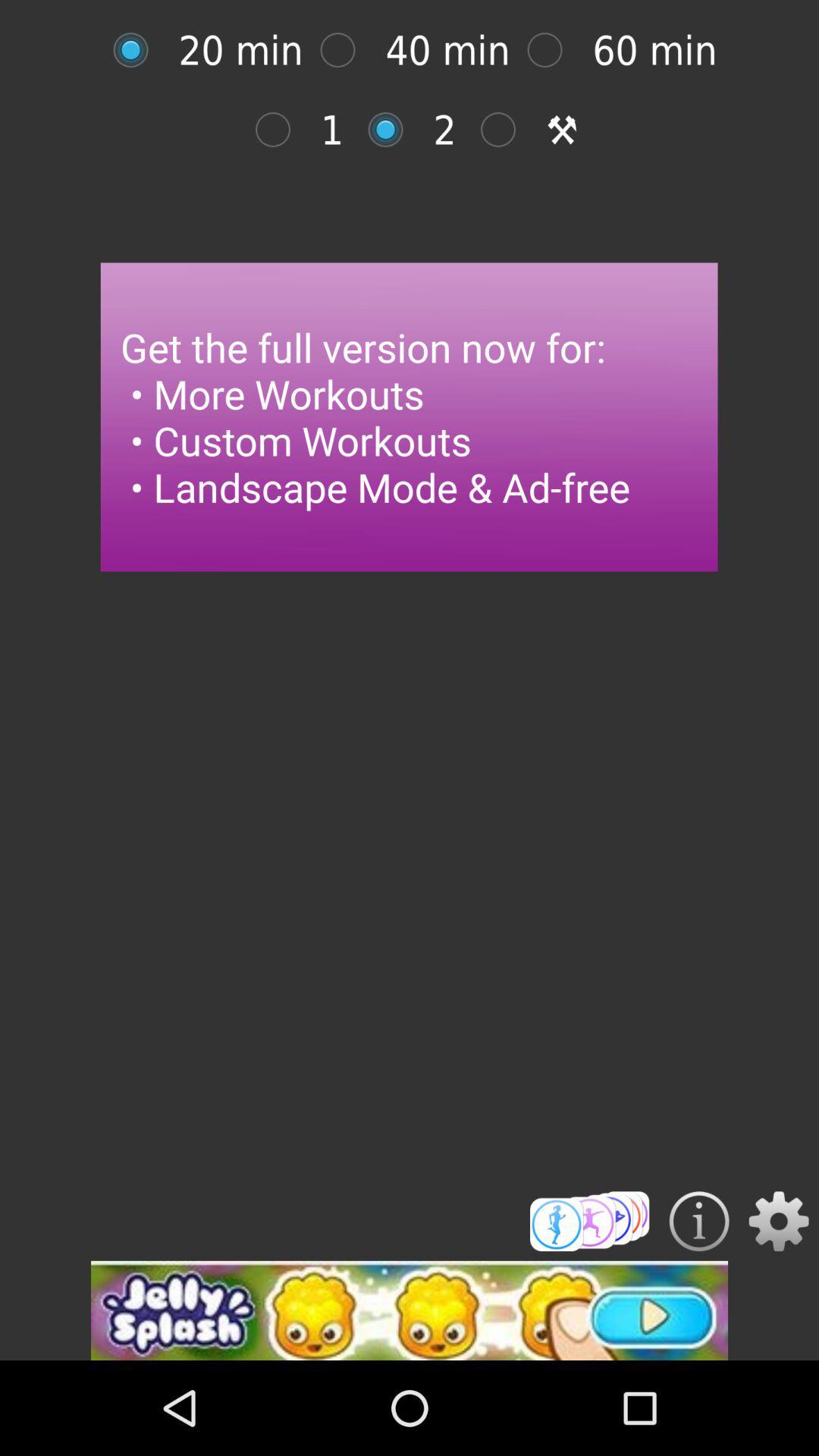  Describe the element at coordinates (779, 1221) in the screenshot. I see `settings page` at that location.